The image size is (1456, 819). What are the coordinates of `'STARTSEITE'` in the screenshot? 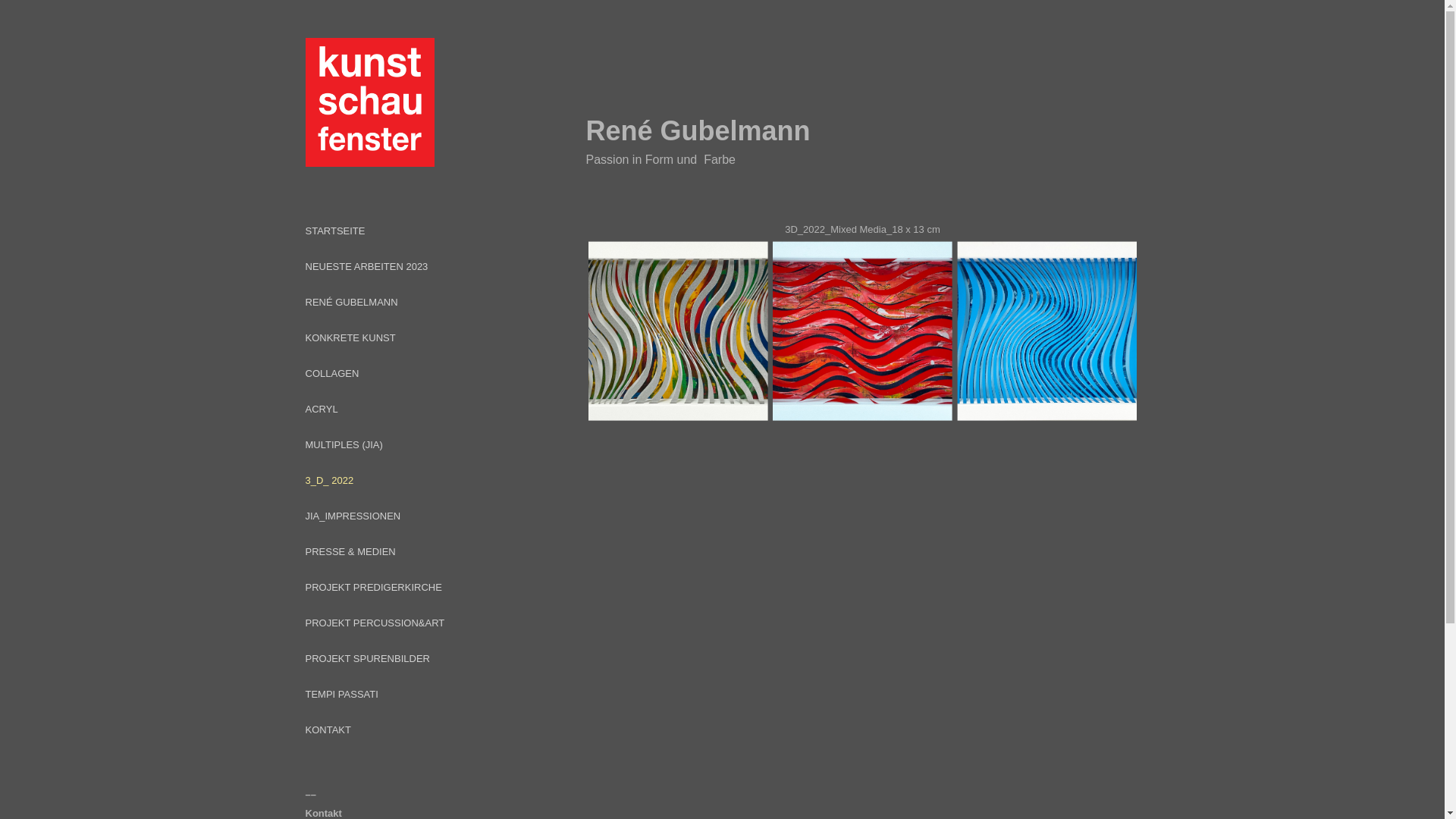 It's located at (334, 231).